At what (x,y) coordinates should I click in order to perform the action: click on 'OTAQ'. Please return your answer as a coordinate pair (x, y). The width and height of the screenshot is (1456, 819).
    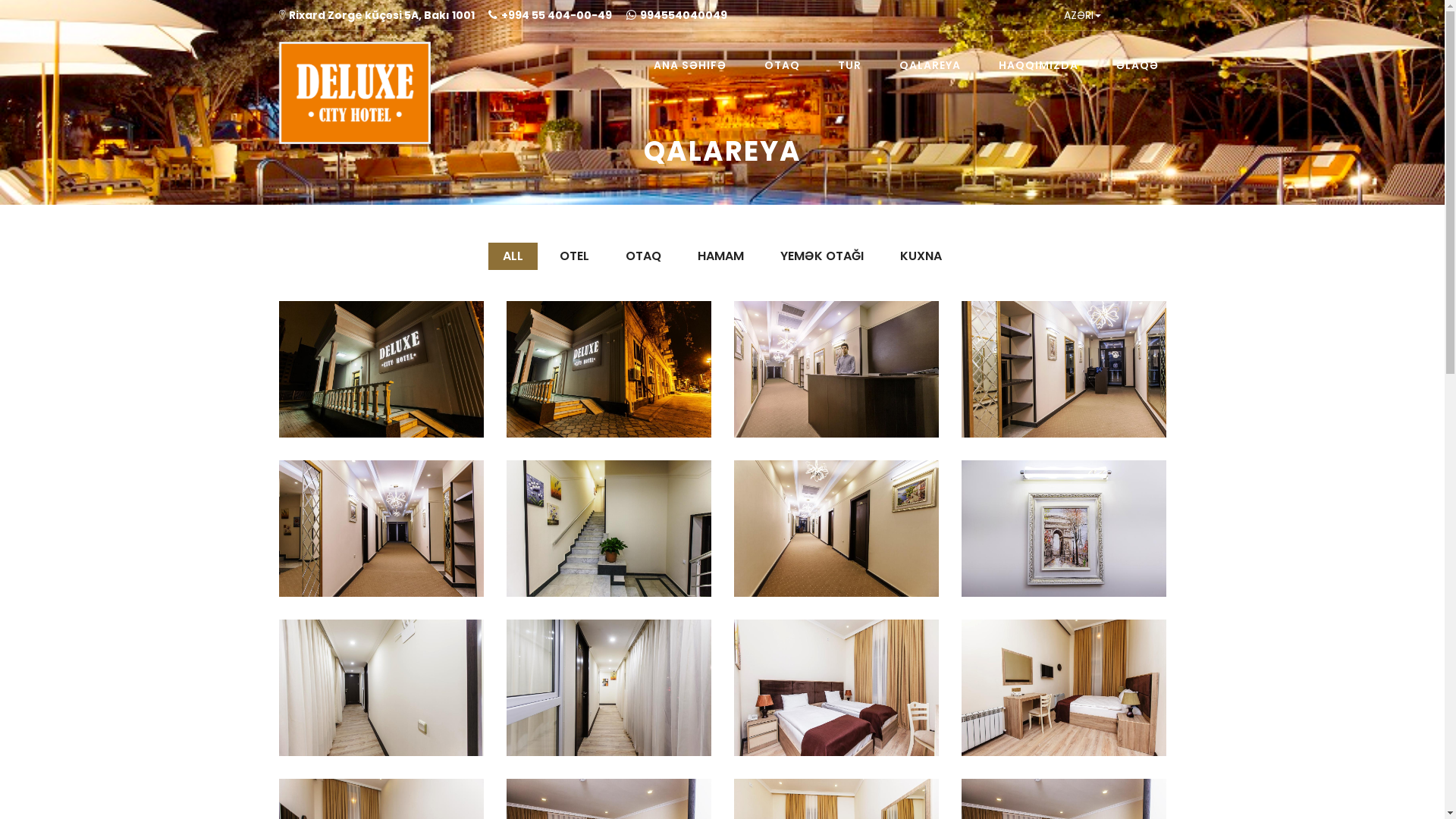
    Looking at the image, I should click on (643, 256).